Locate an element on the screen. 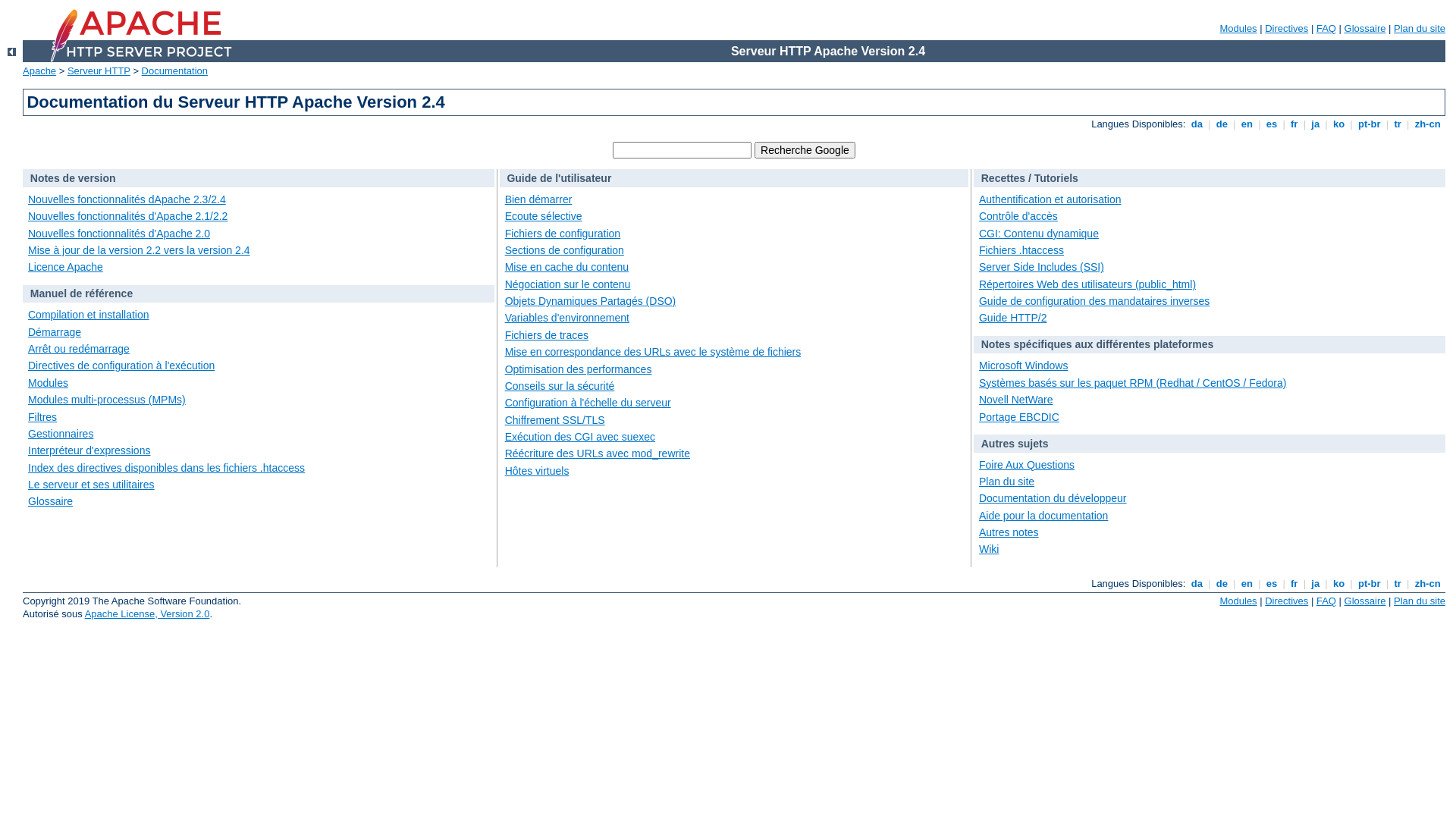  'Fichiers .htaccess' is located at coordinates (1021, 249).